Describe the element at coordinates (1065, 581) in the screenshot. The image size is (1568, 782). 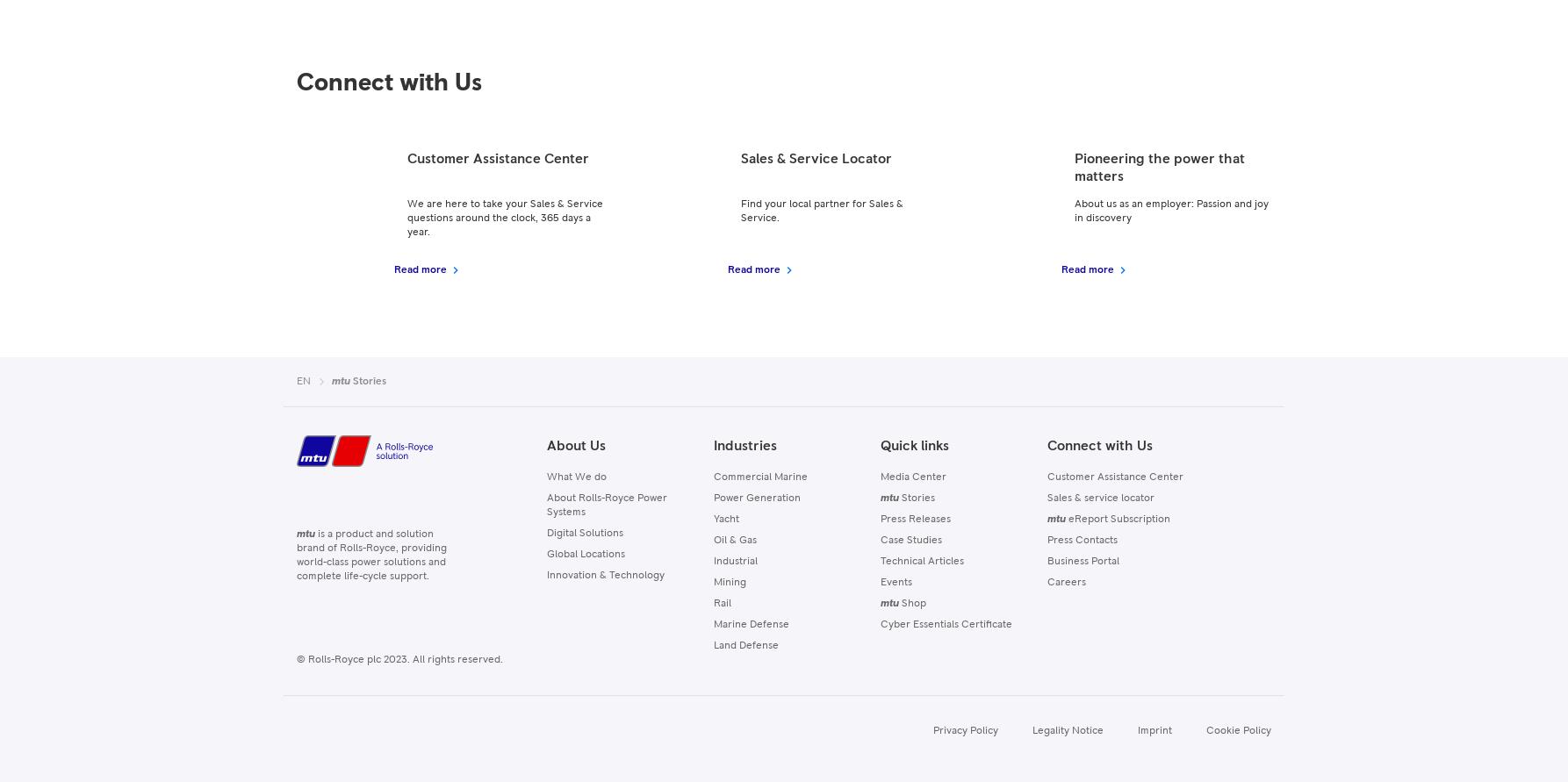
I see `'Careers'` at that location.